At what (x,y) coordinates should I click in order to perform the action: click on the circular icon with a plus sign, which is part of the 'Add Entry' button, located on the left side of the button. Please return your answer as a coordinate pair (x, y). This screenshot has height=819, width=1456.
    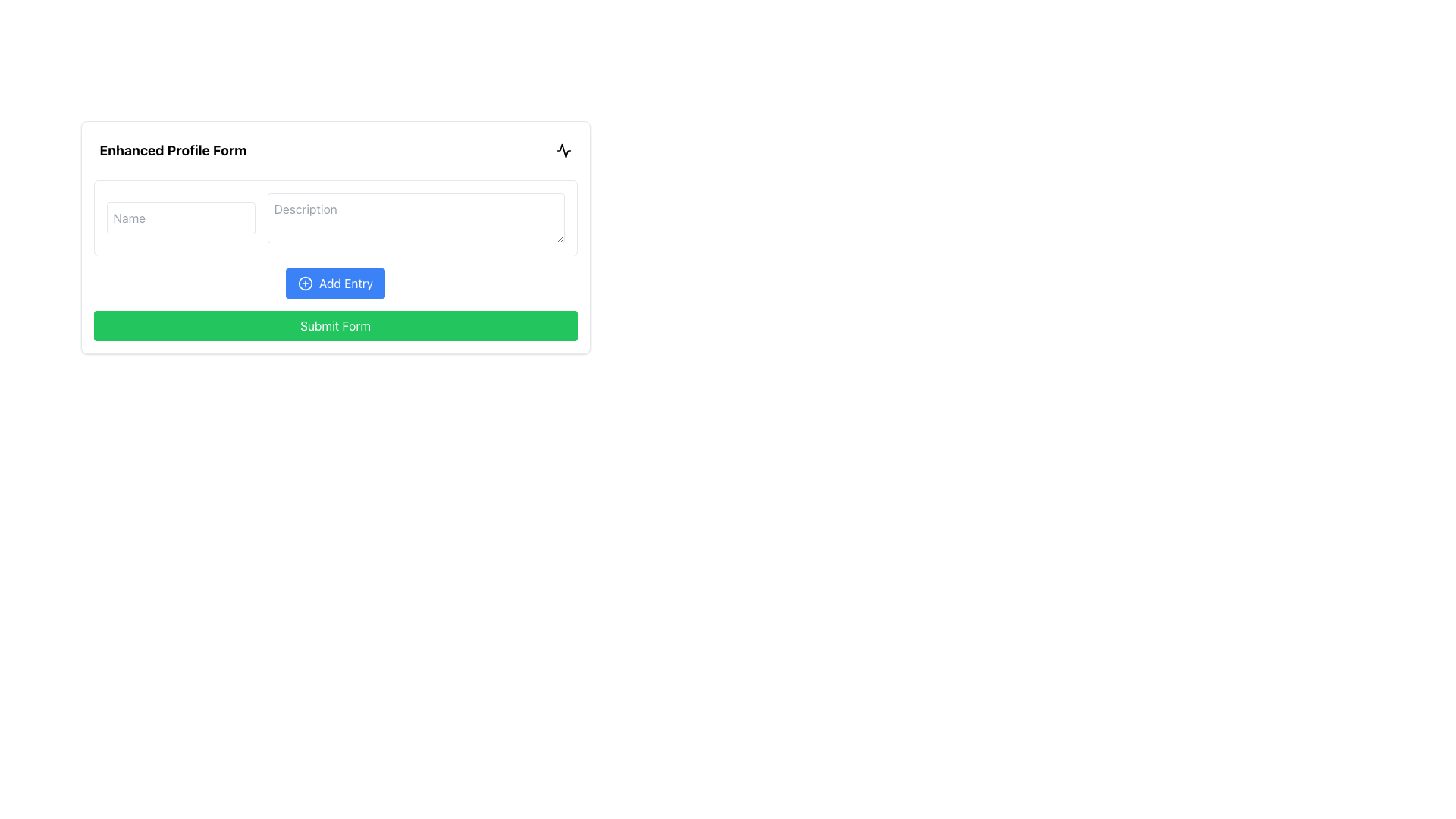
    Looking at the image, I should click on (304, 284).